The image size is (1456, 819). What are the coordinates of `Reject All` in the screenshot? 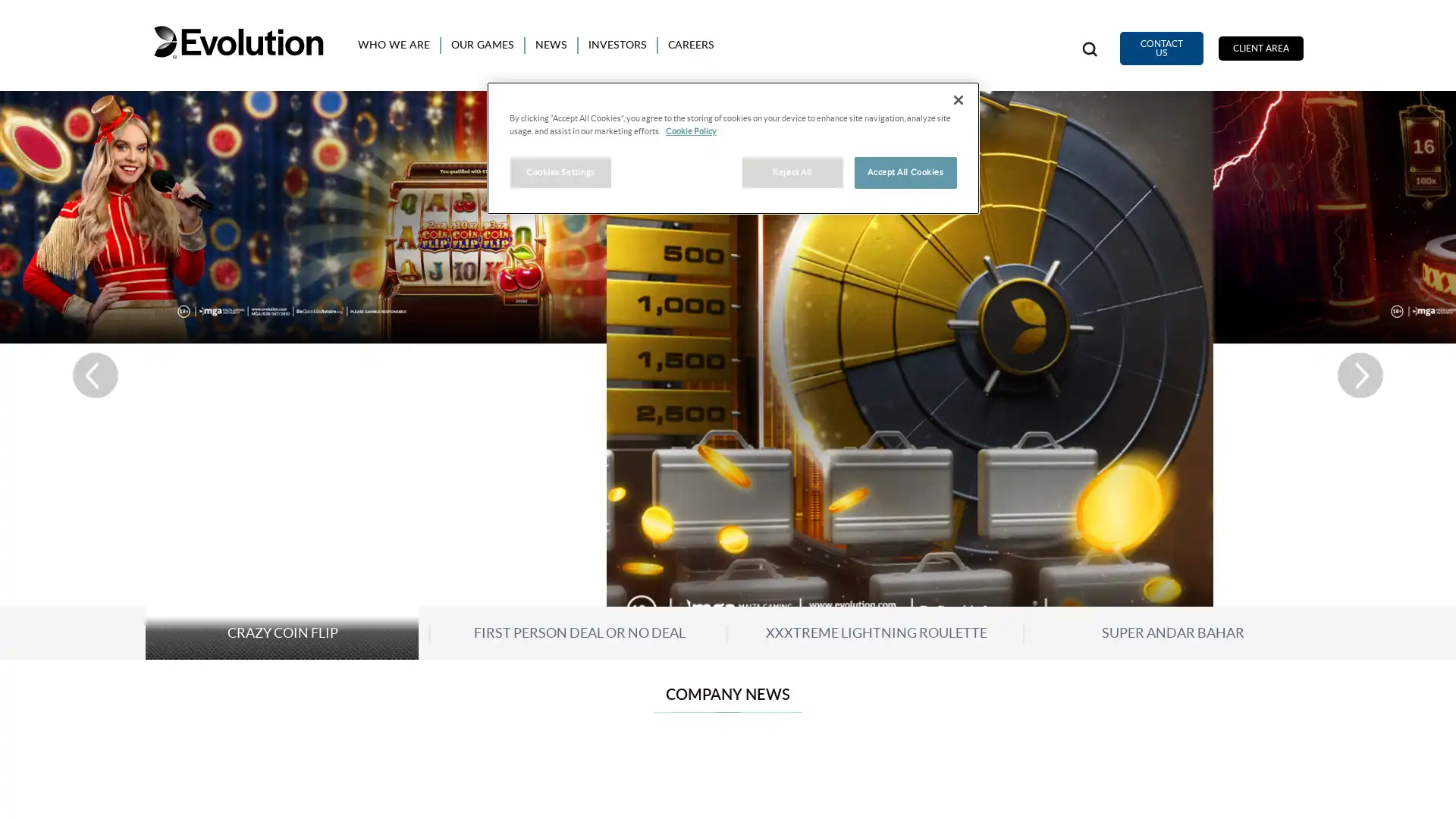 It's located at (791, 171).